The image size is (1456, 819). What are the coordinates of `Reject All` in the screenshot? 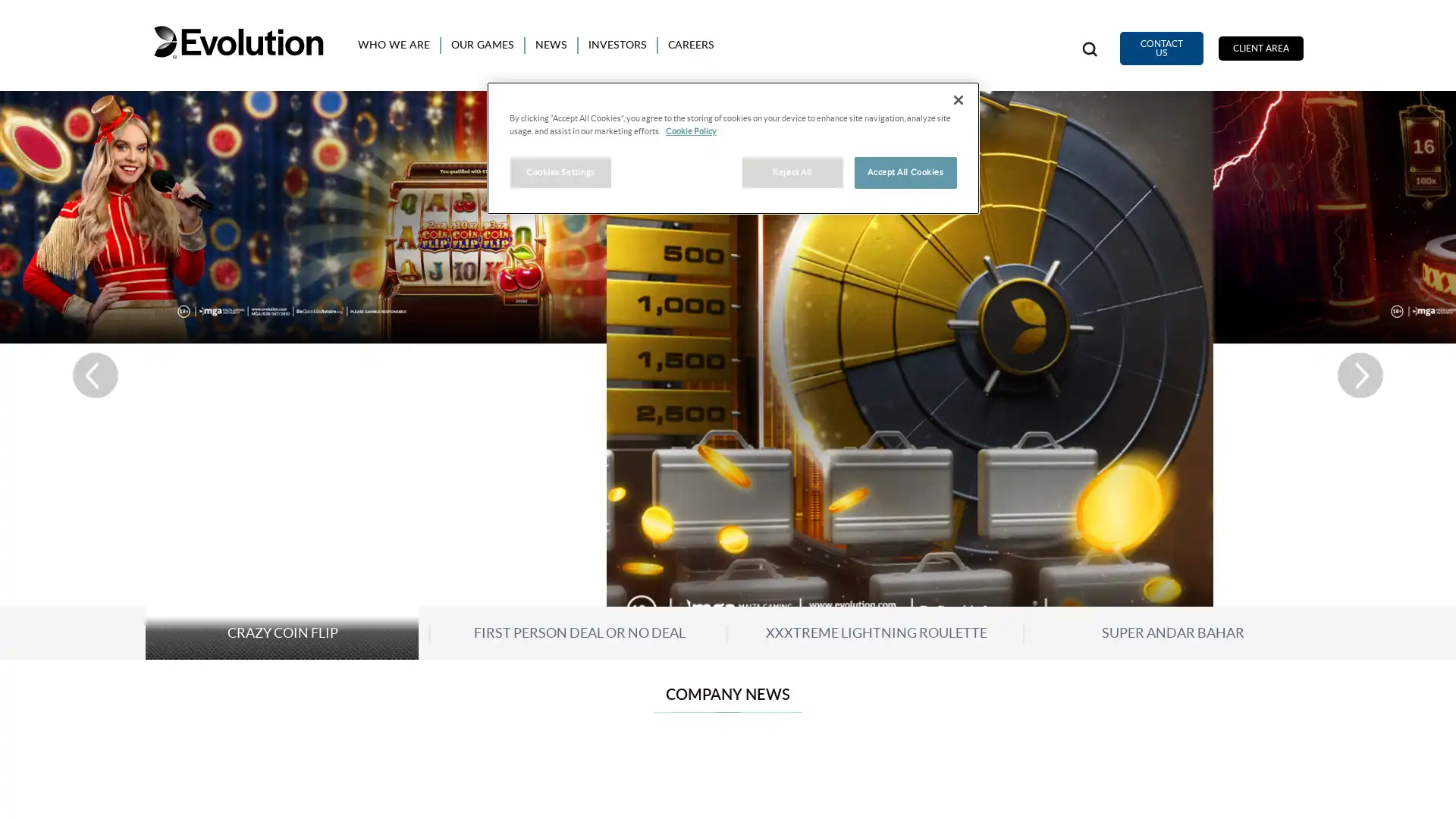 It's located at (791, 171).